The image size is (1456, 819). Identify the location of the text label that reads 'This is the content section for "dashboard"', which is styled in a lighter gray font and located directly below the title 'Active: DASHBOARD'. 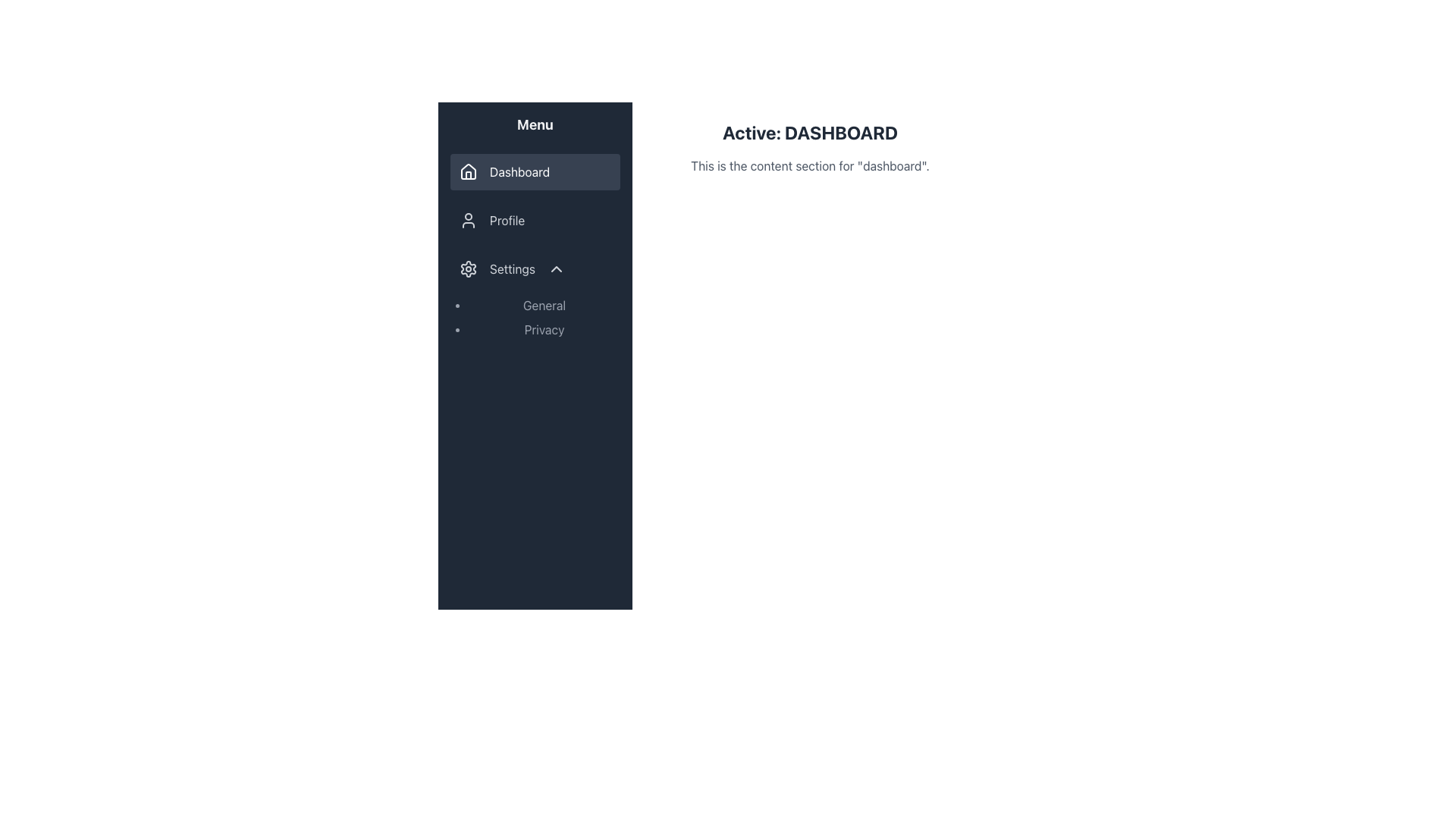
(809, 166).